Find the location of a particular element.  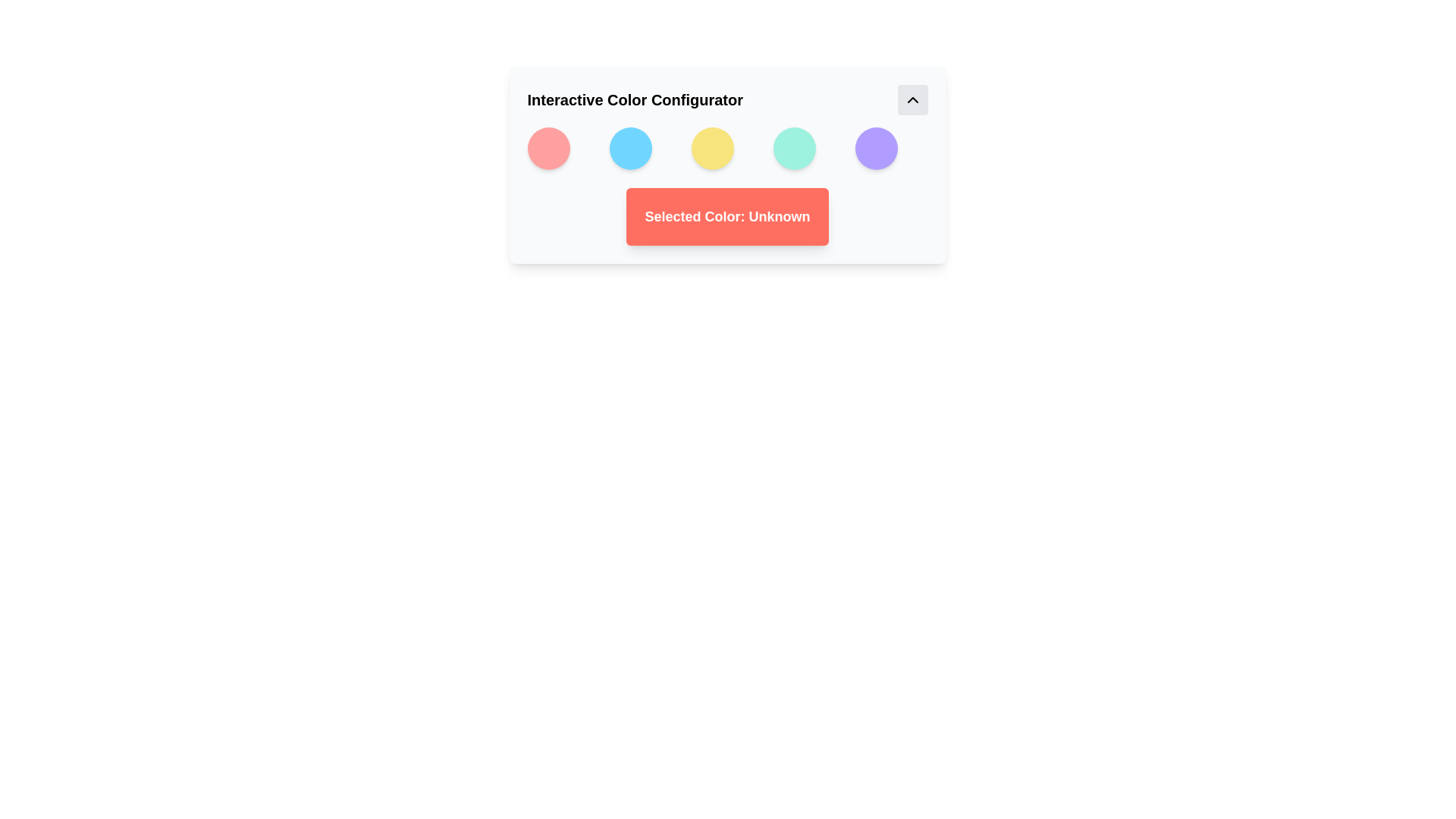

the fourth circular button with a pastel teal background in the row of buttons is located at coordinates (793, 149).